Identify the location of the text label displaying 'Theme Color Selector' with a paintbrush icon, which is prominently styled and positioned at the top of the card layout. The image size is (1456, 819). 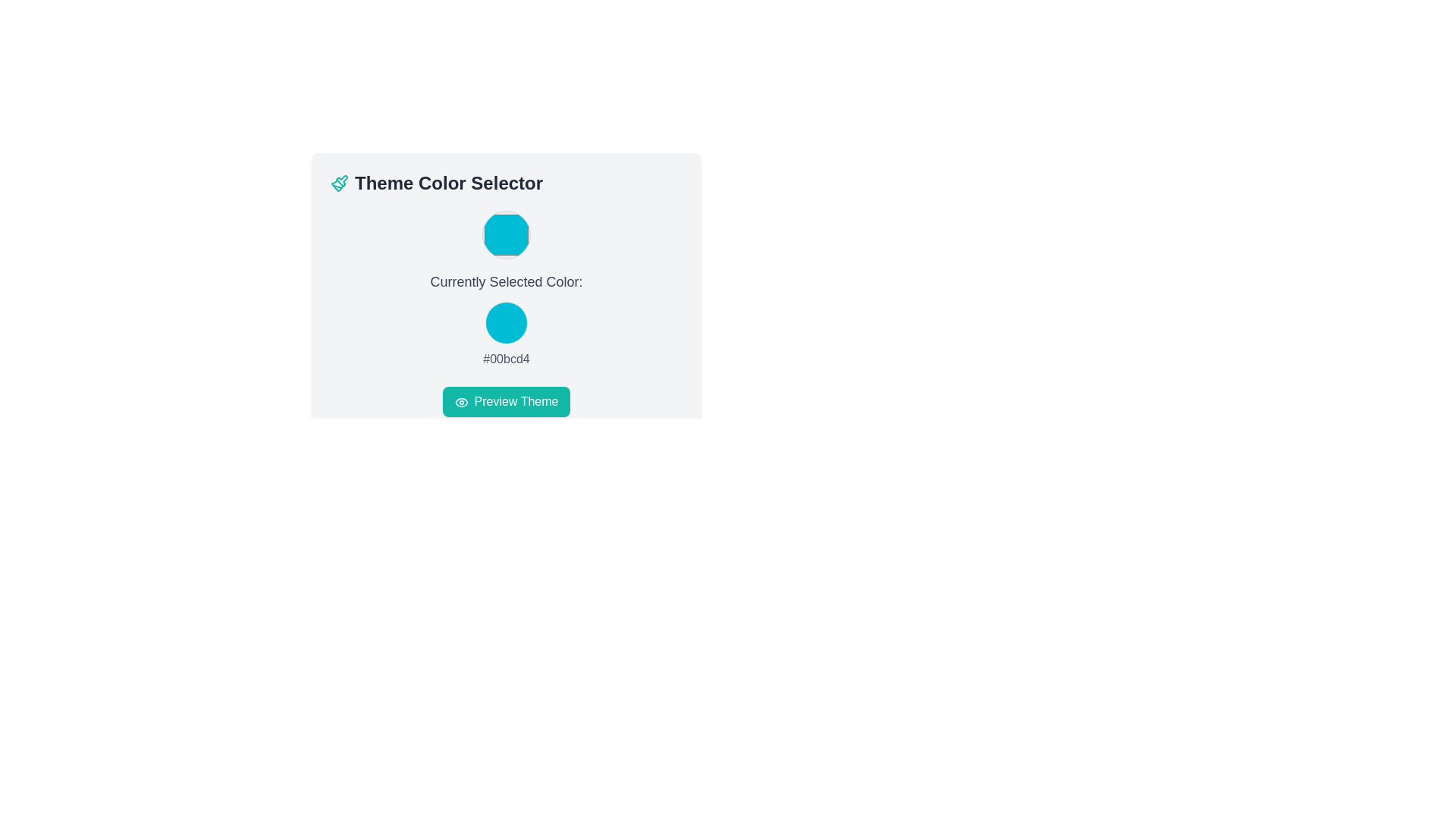
(506, 183).